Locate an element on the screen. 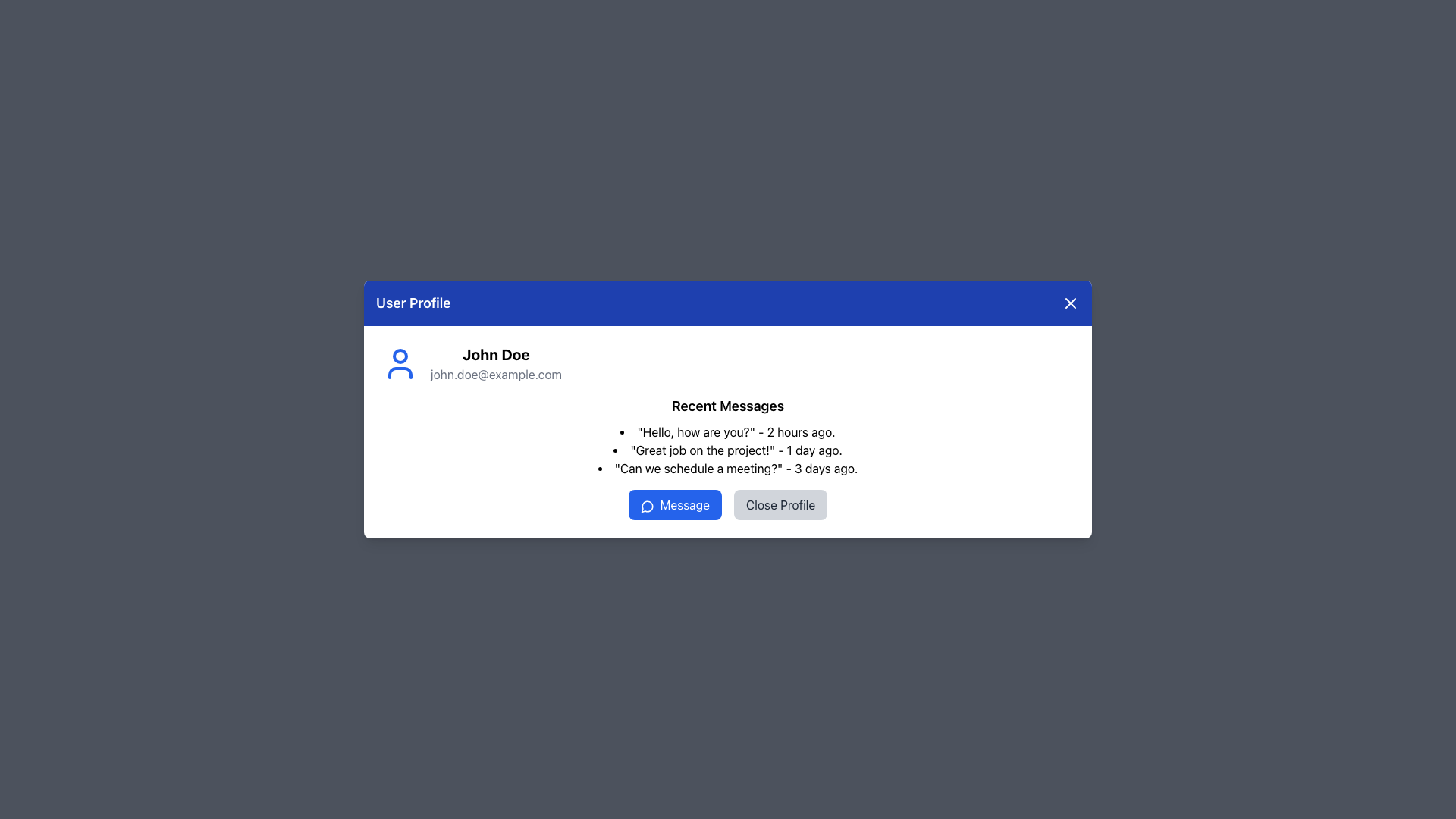 The height and width of the screenshot is (819, 1456). the bold styled text element labeled 'Recent Messages', which is the header above the message list in the user profile's information pane is located at coordinates (728, 406).